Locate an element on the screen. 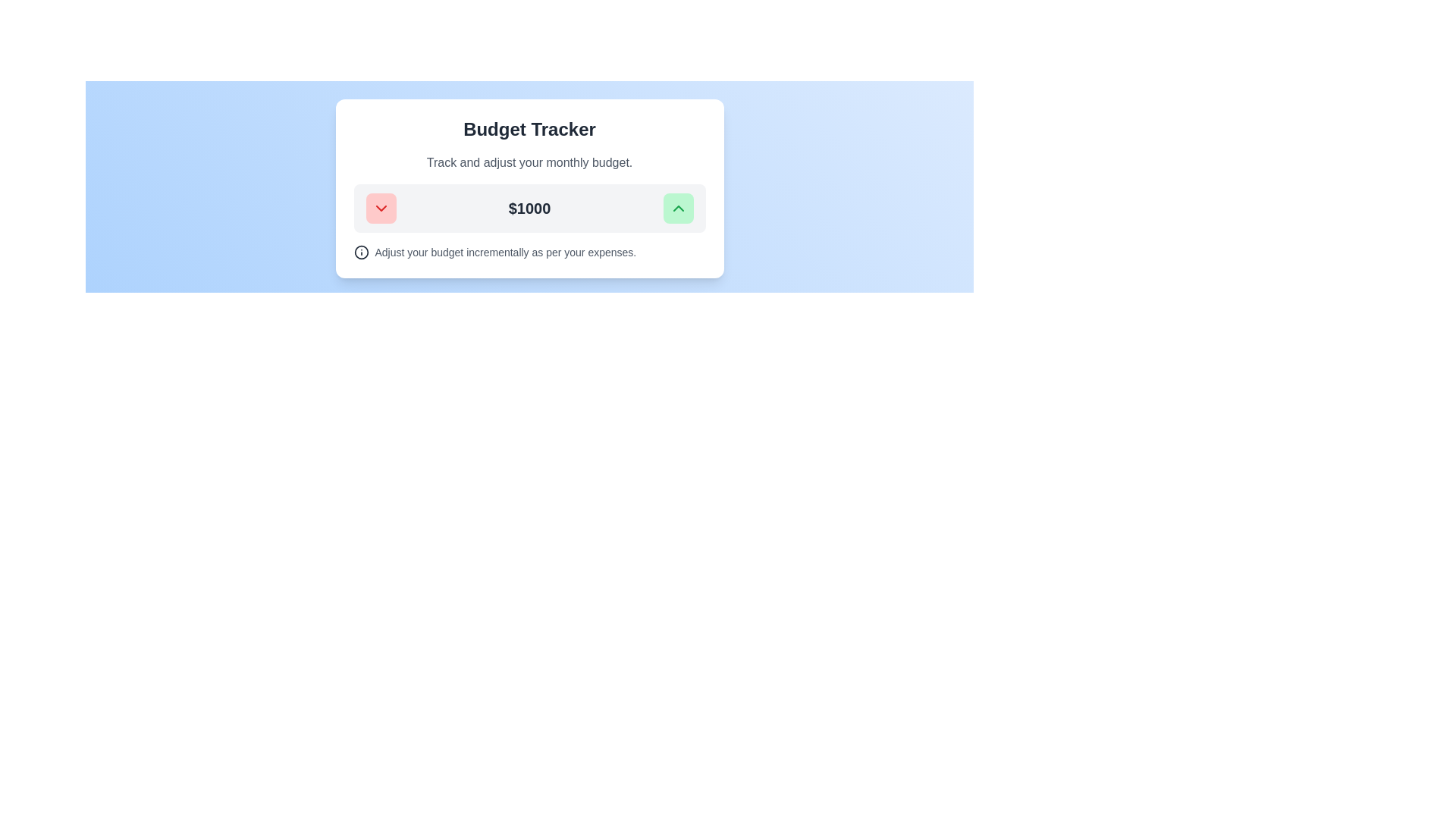  the informational icon located to the left of the statement 'Adjust your budget incrementally as per your expenses.' within the card component is located at coordinates (360, 251).